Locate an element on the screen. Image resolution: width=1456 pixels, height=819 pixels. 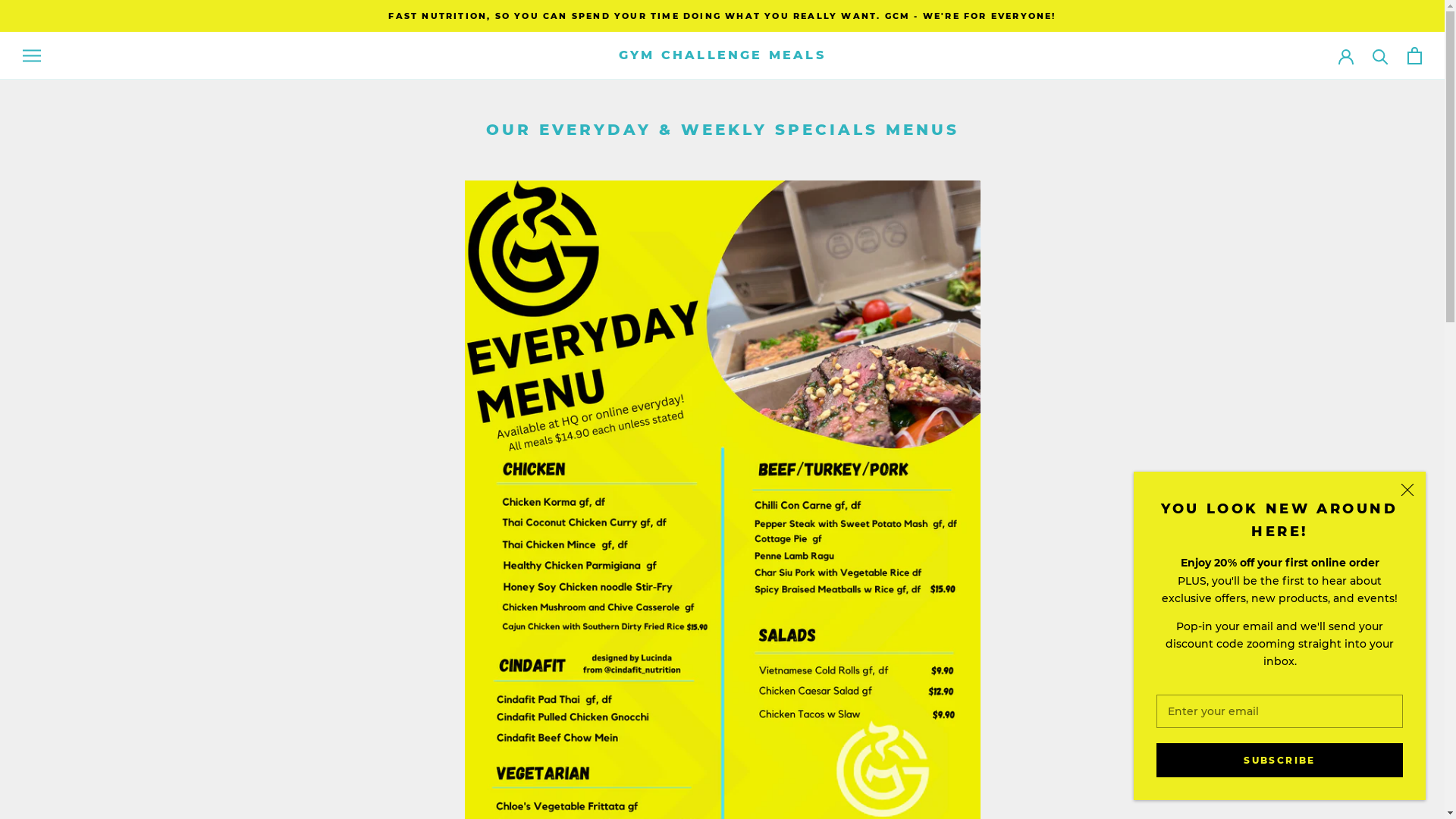
'SUBSCRIBE' is located at coordinates (1279, 760).